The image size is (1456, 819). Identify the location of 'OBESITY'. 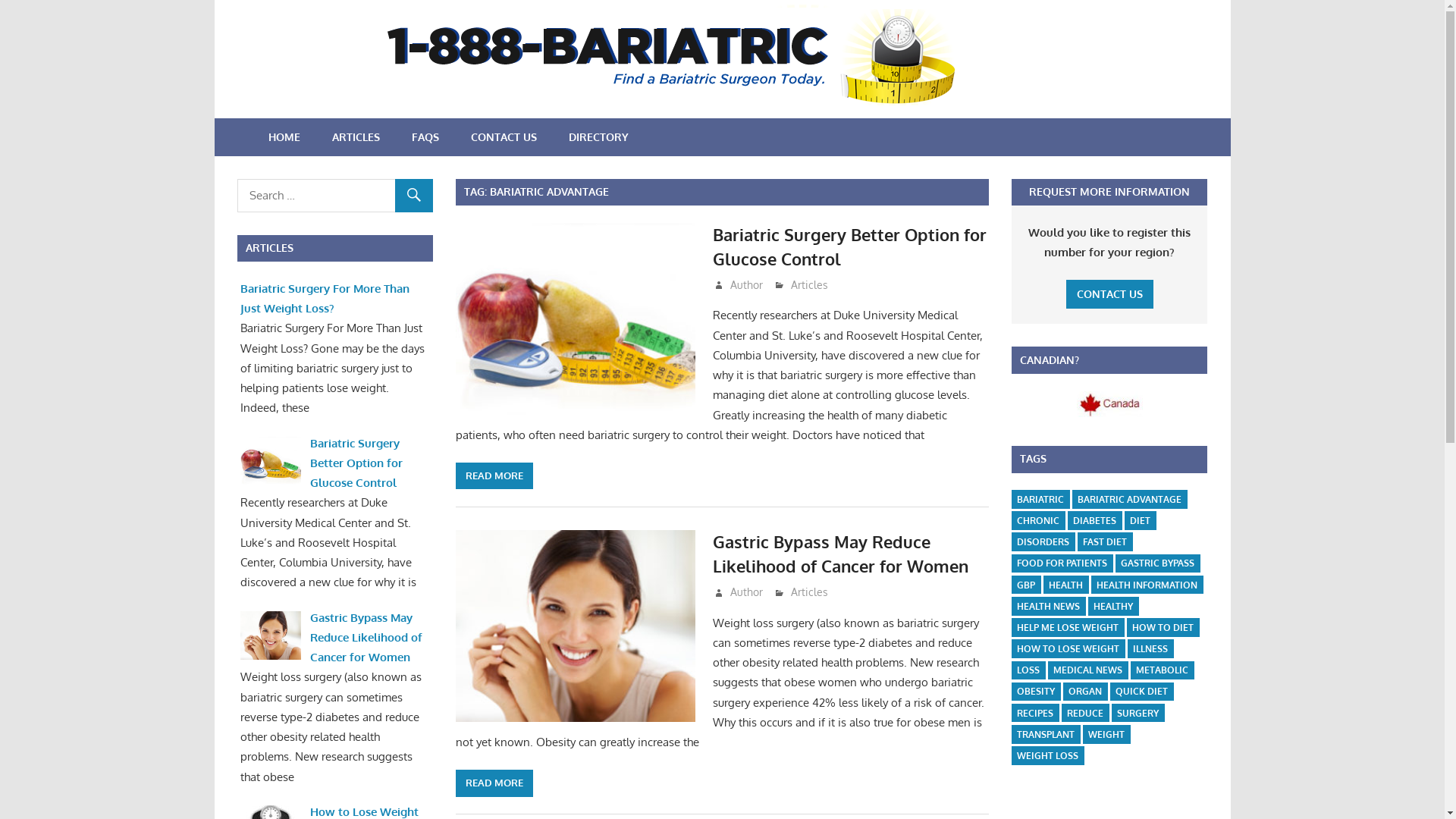
(1012, 692).